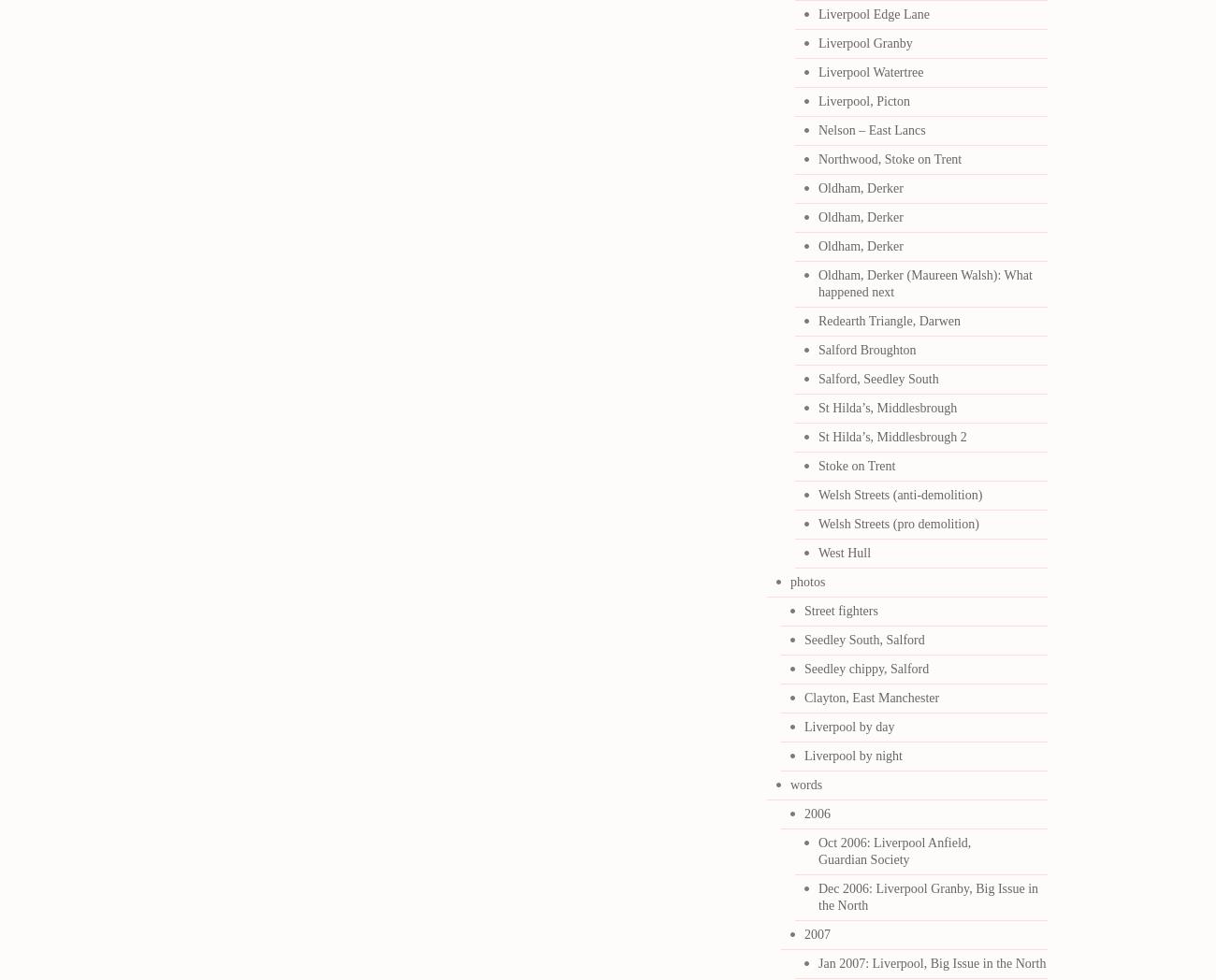 This screenshot has width=1216, height=980. I want to click on 'Street fighters', so click(839, 610).